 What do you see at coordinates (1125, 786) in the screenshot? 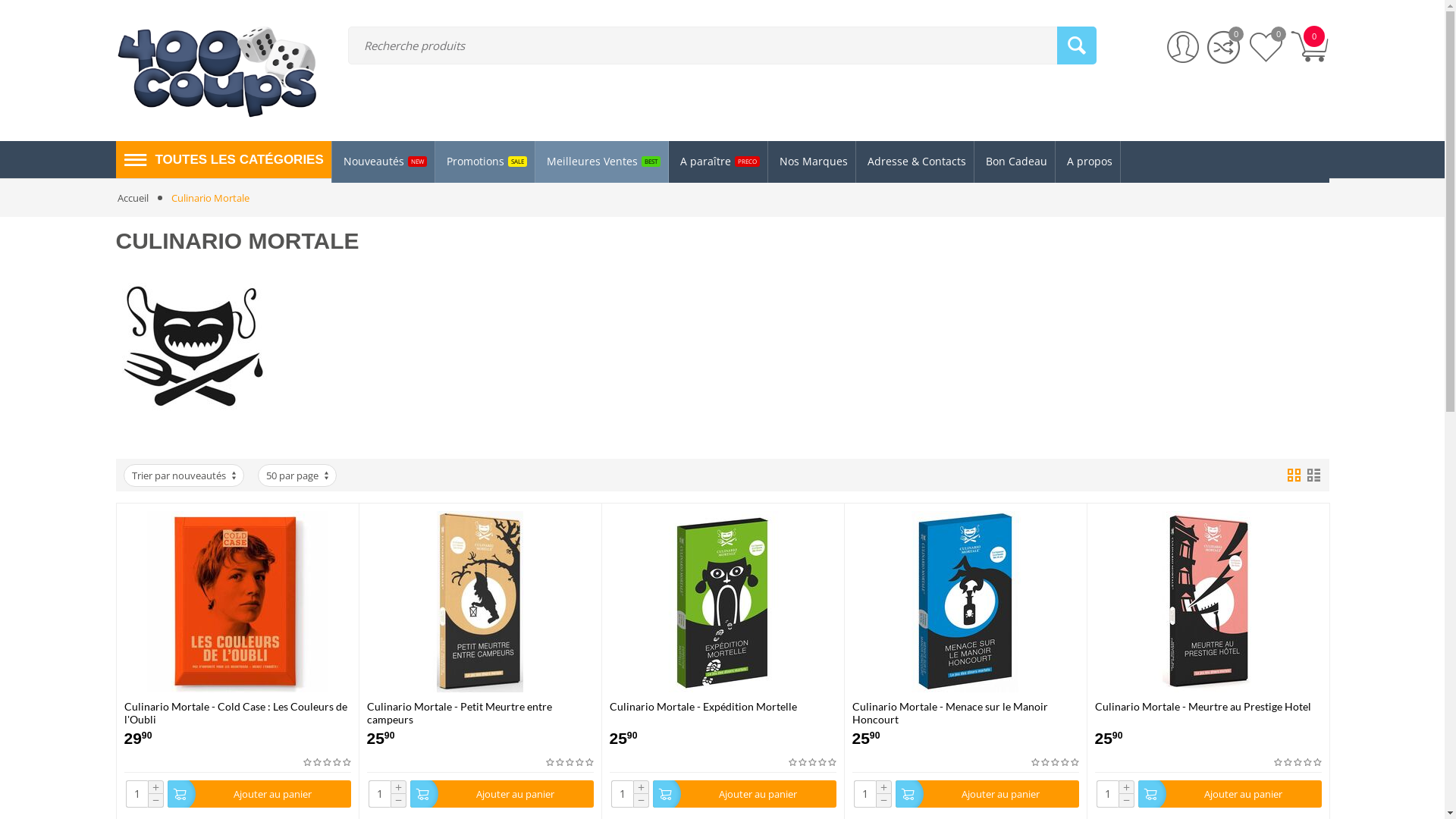
I see `'+'` at bounding box center [1125, 786].